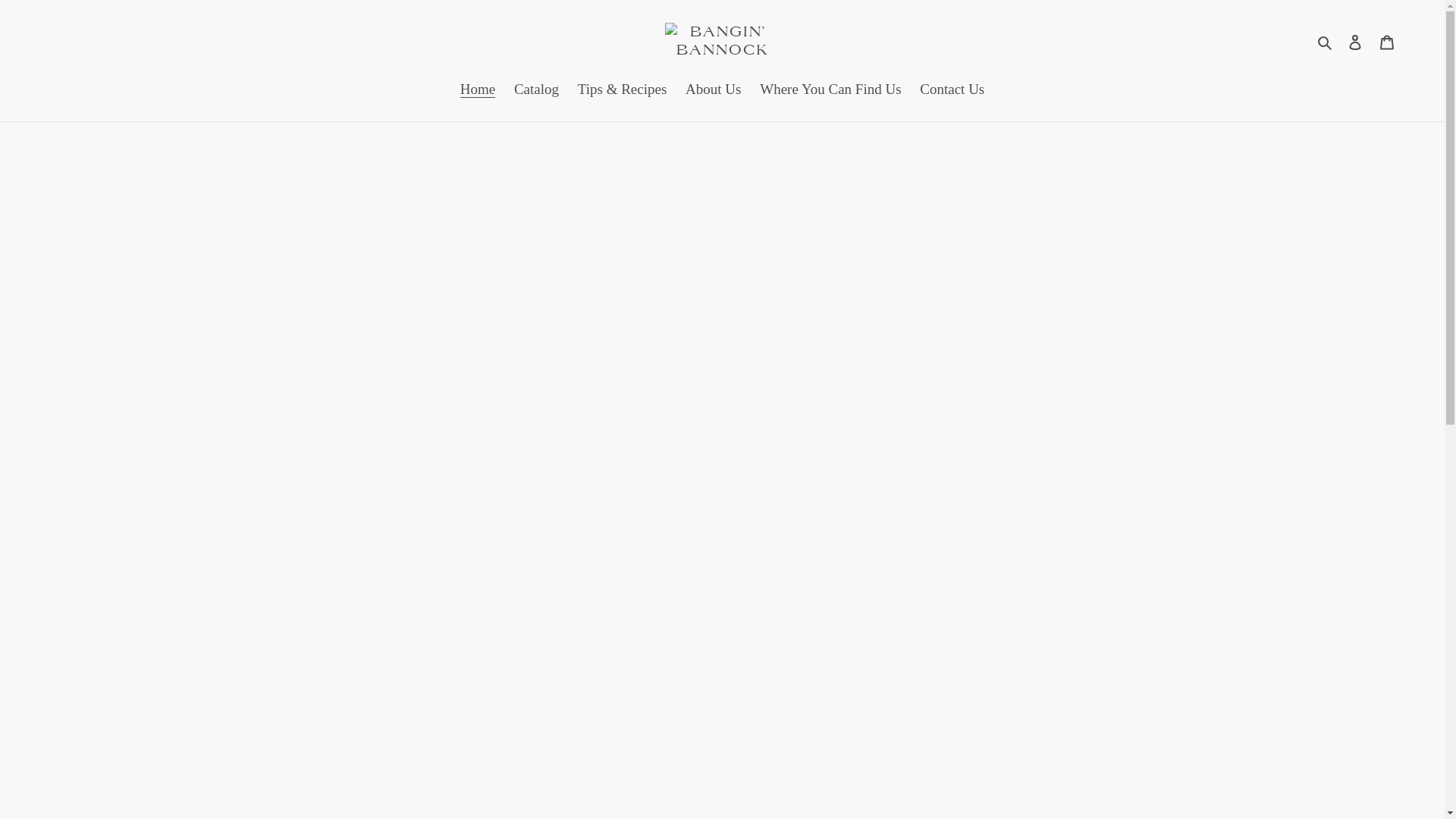  Describe the element at coordinates (1371, 40) in the screenshot. I see `'Cart'` at that location.